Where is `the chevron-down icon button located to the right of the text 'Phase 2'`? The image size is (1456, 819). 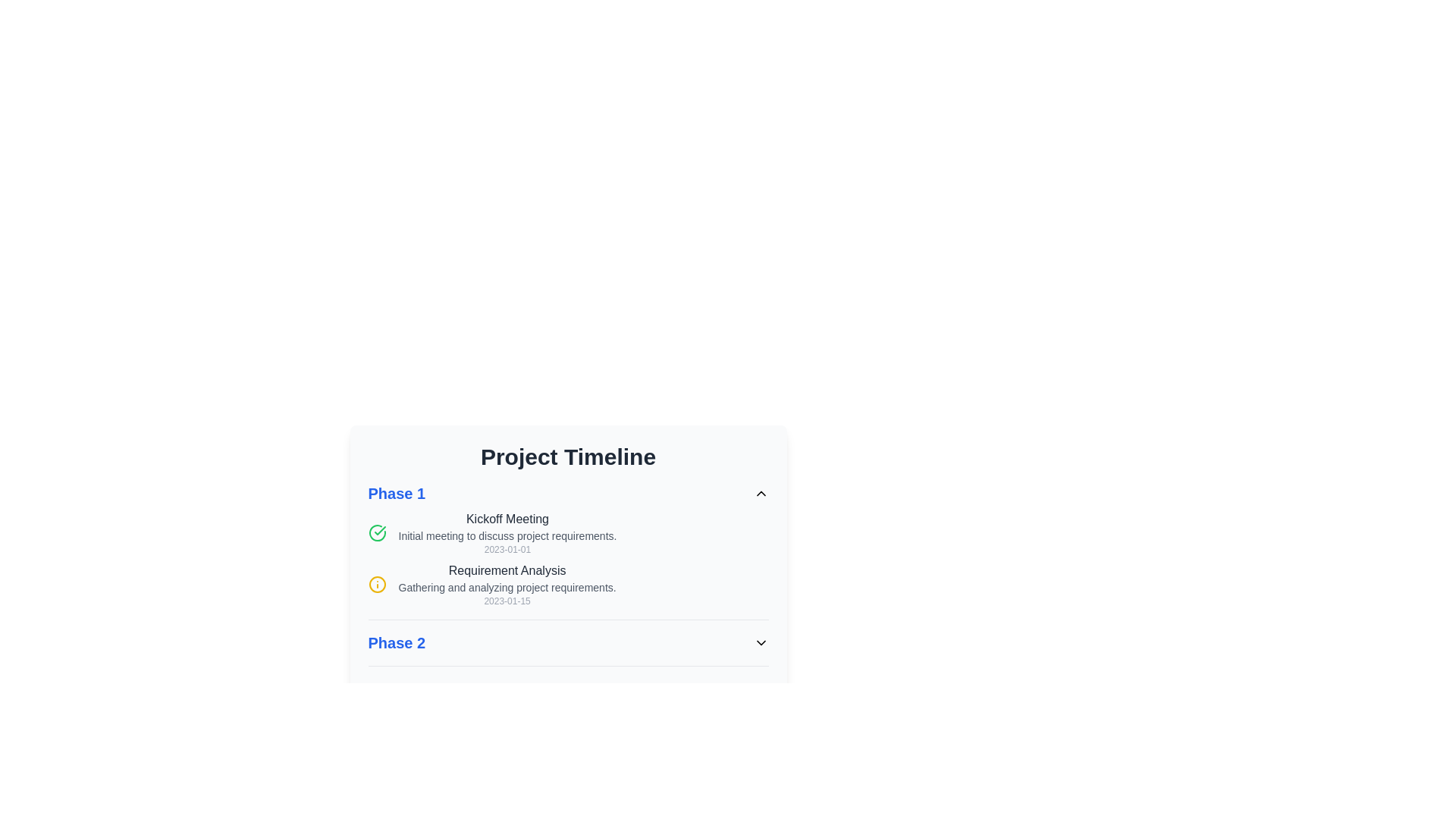 the chevron-down icon button located to the right of the text 'Phase 2' is located at coordinates (761, 643).